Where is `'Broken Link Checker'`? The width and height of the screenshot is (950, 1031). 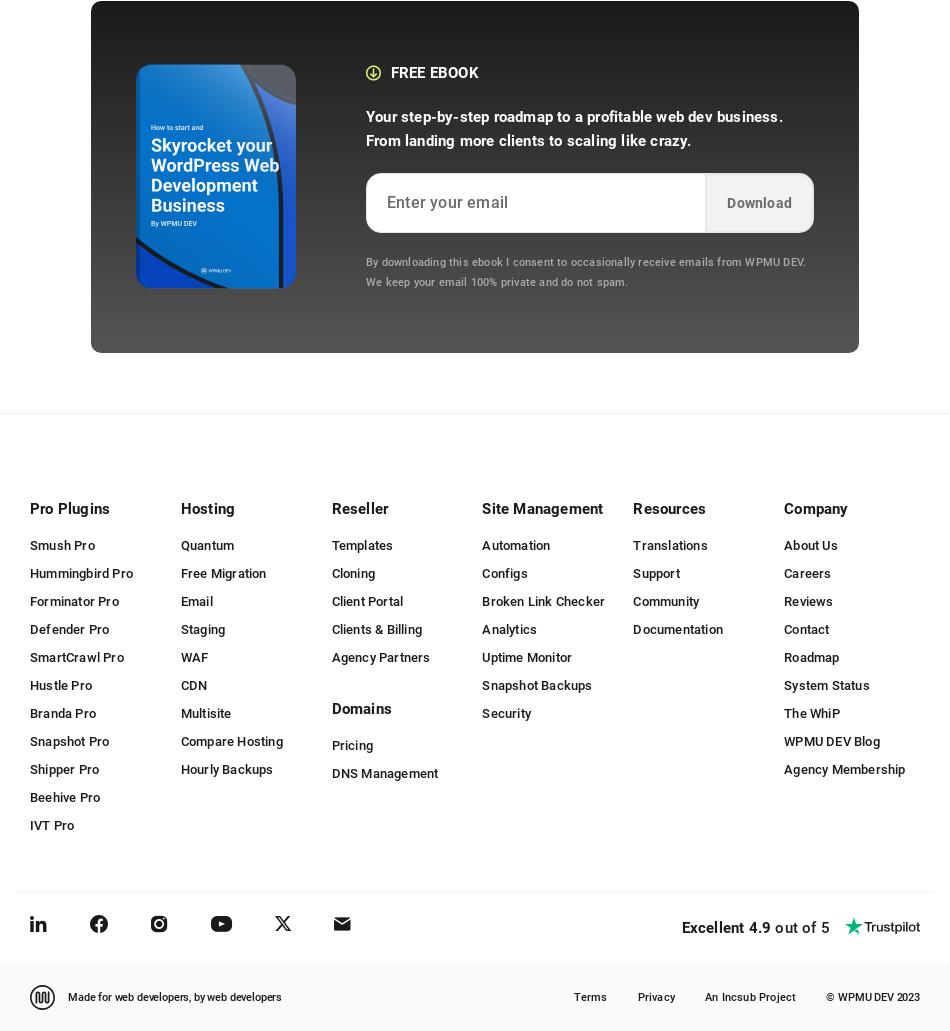
'Broken Link Checker' is located at coordinates (543, 599).